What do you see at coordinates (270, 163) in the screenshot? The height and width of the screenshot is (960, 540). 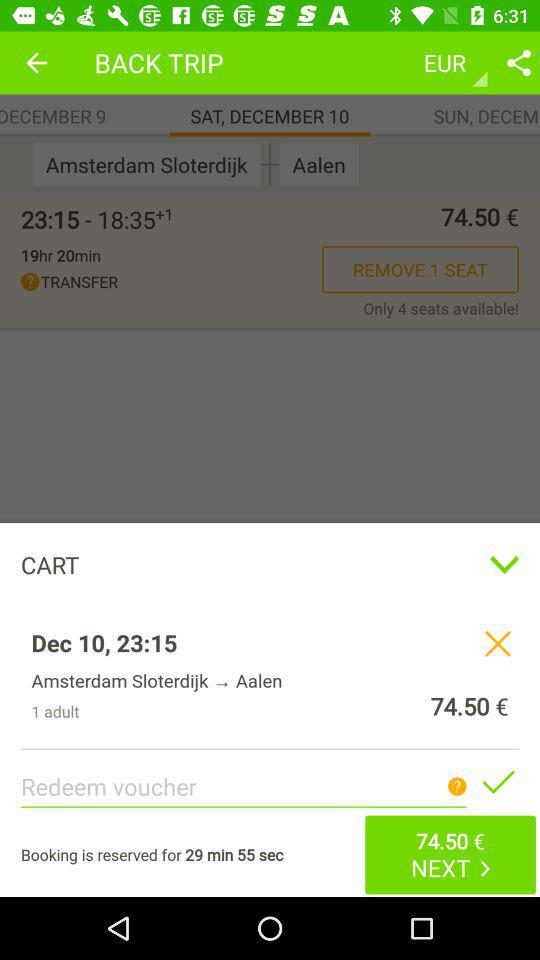 I see `icon below the sat, december 10 app` at bounding box center [270, 163].